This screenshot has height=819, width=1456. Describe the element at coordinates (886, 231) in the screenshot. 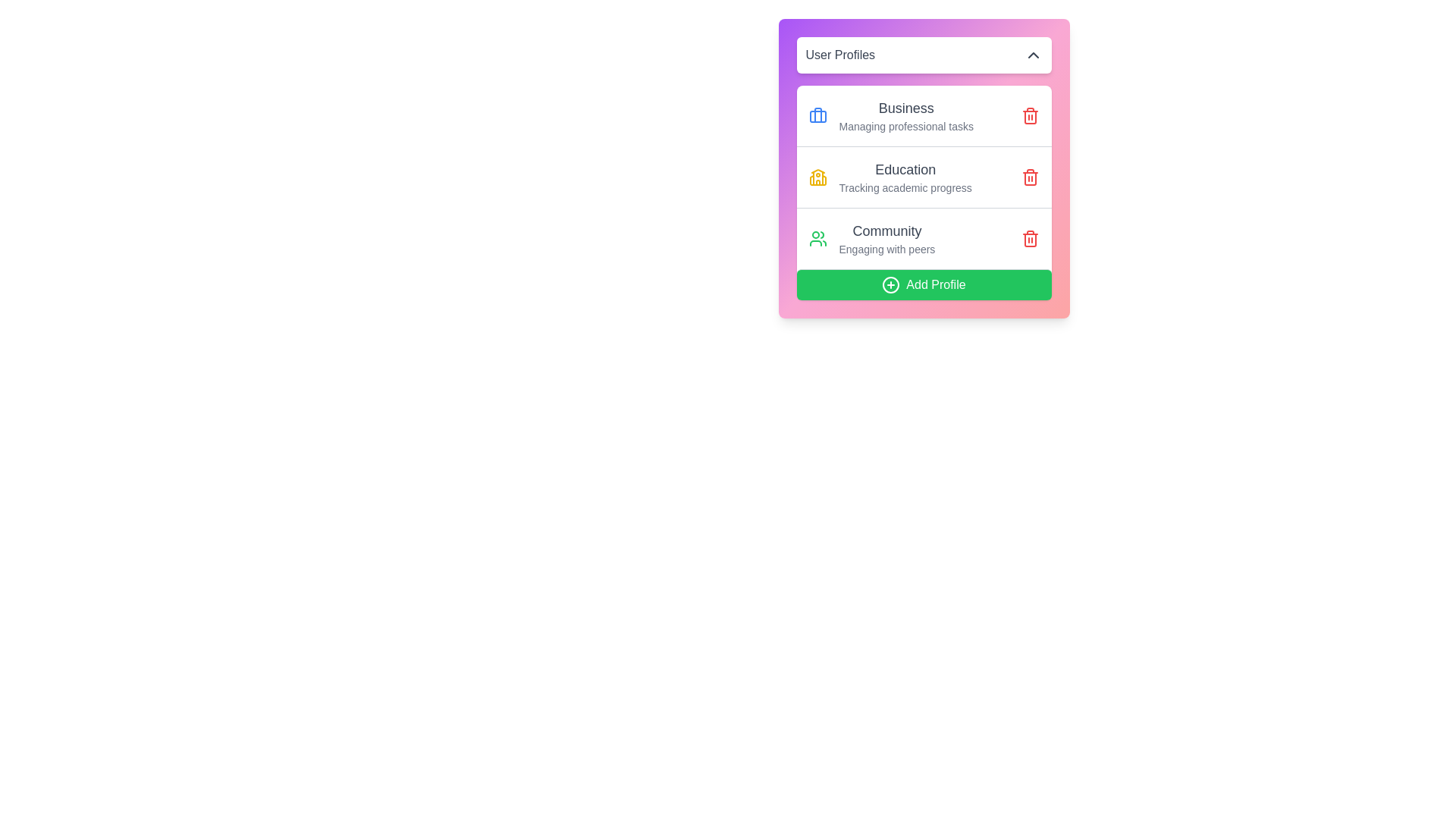

I see `text label 'Community' which is displayed in a medium-sized bold font, located in the third row under the 'User Profiles' header` at that location.